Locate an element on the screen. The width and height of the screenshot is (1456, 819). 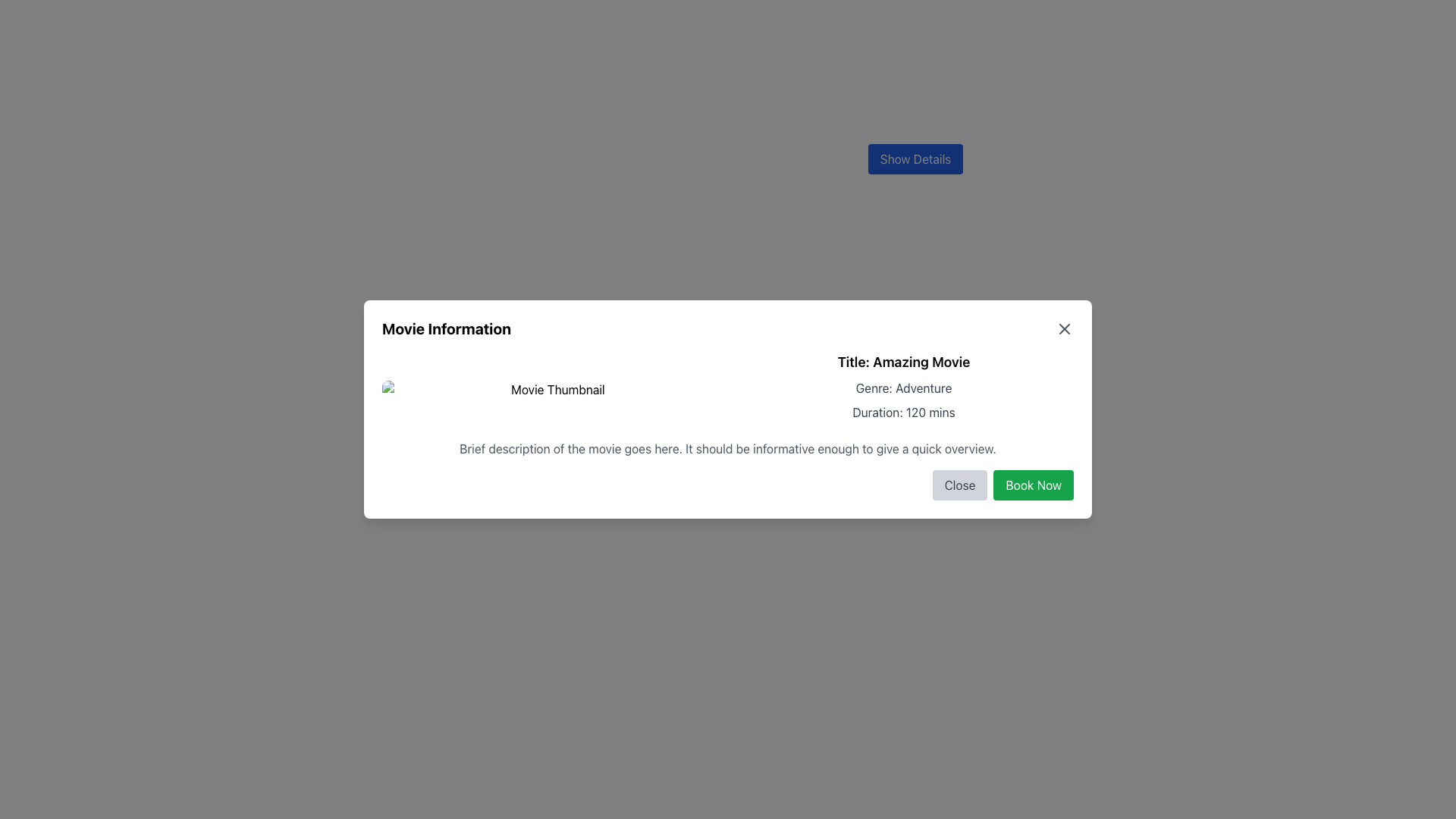
the text block displaying detailed information about the movie 'Amazing Movie' is located at coordinates (903, 388).